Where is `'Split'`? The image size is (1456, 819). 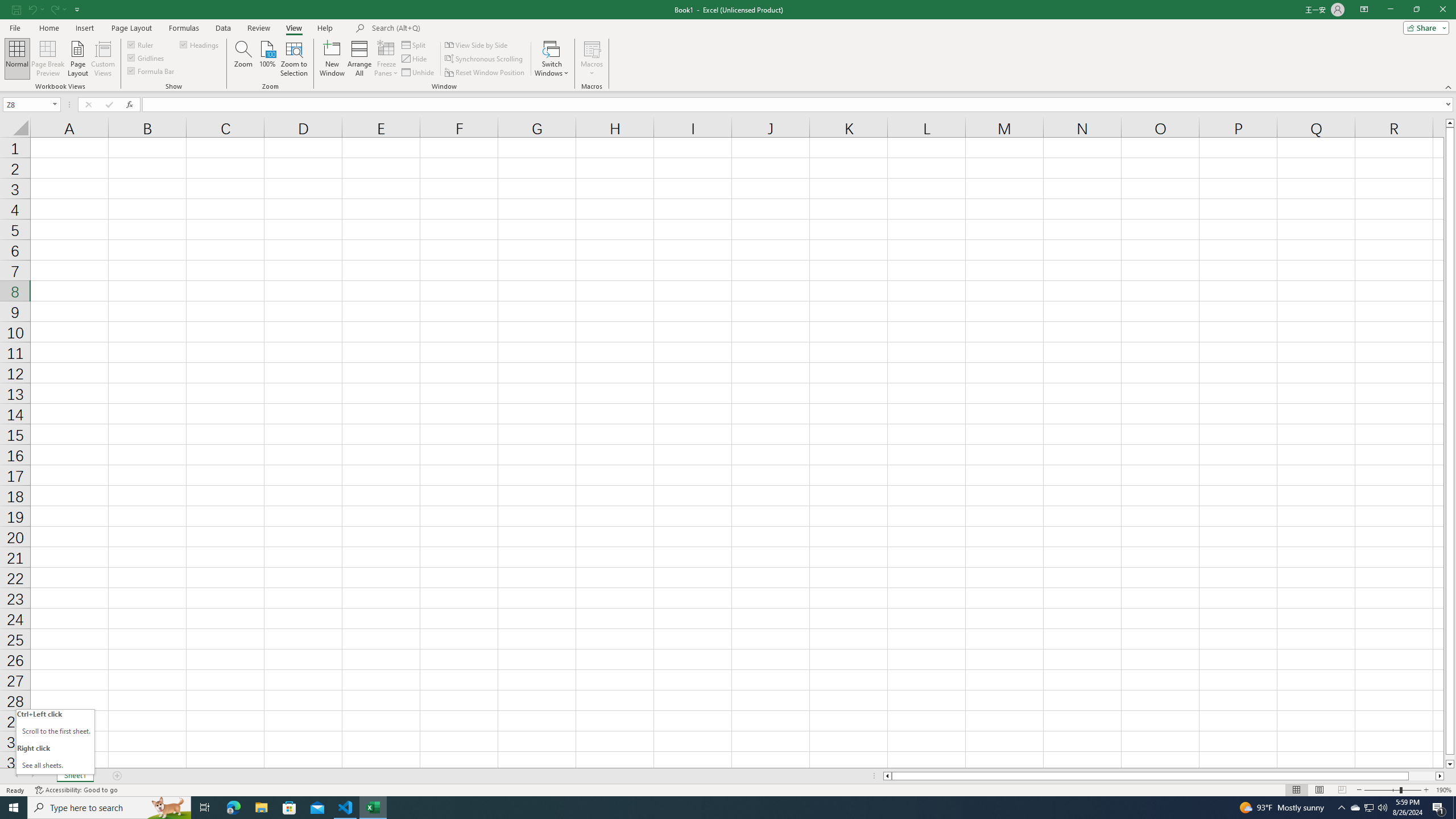 'Split' is located at coordinates (415, 44).